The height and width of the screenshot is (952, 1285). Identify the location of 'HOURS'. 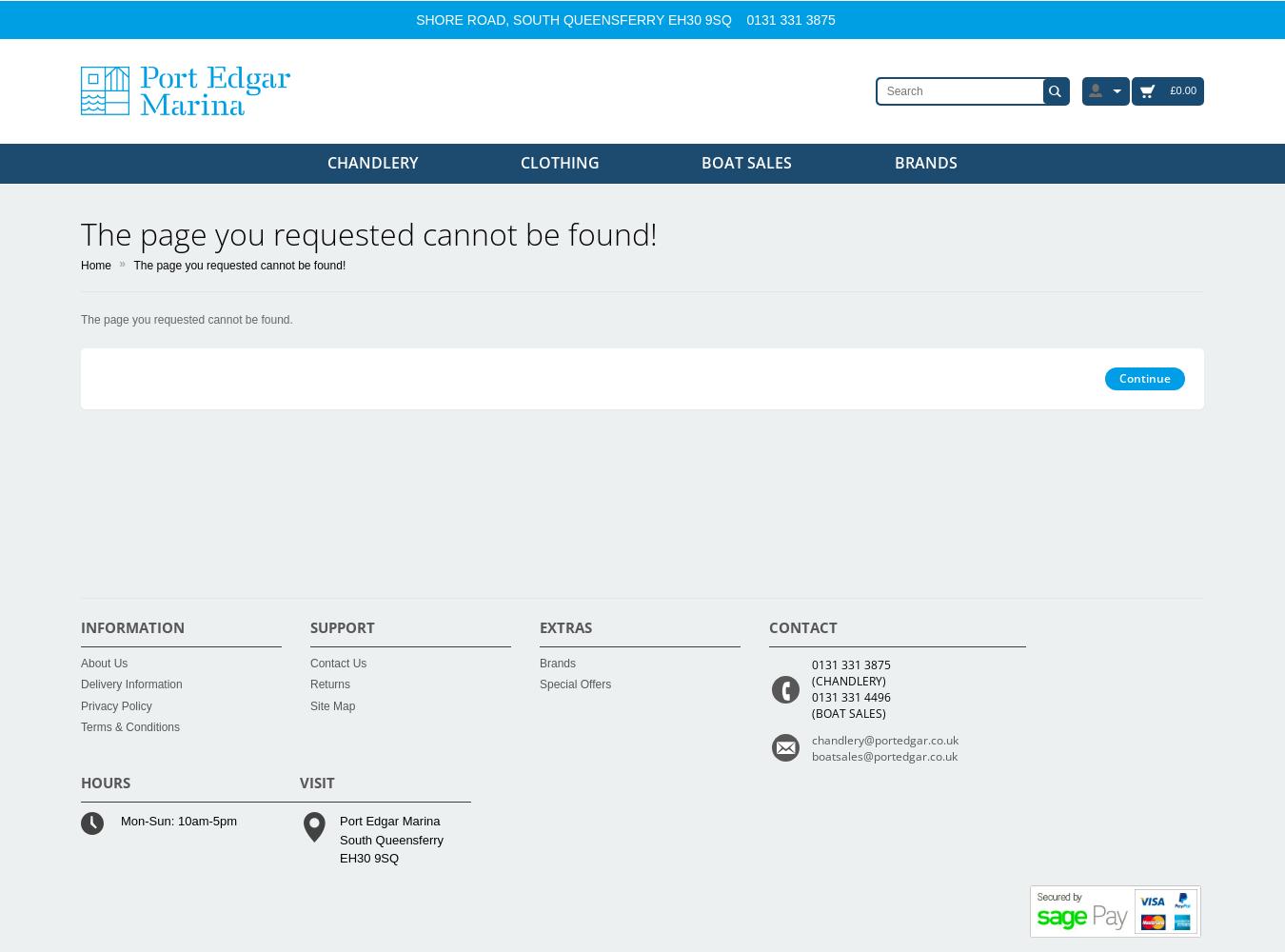
(80, 782).